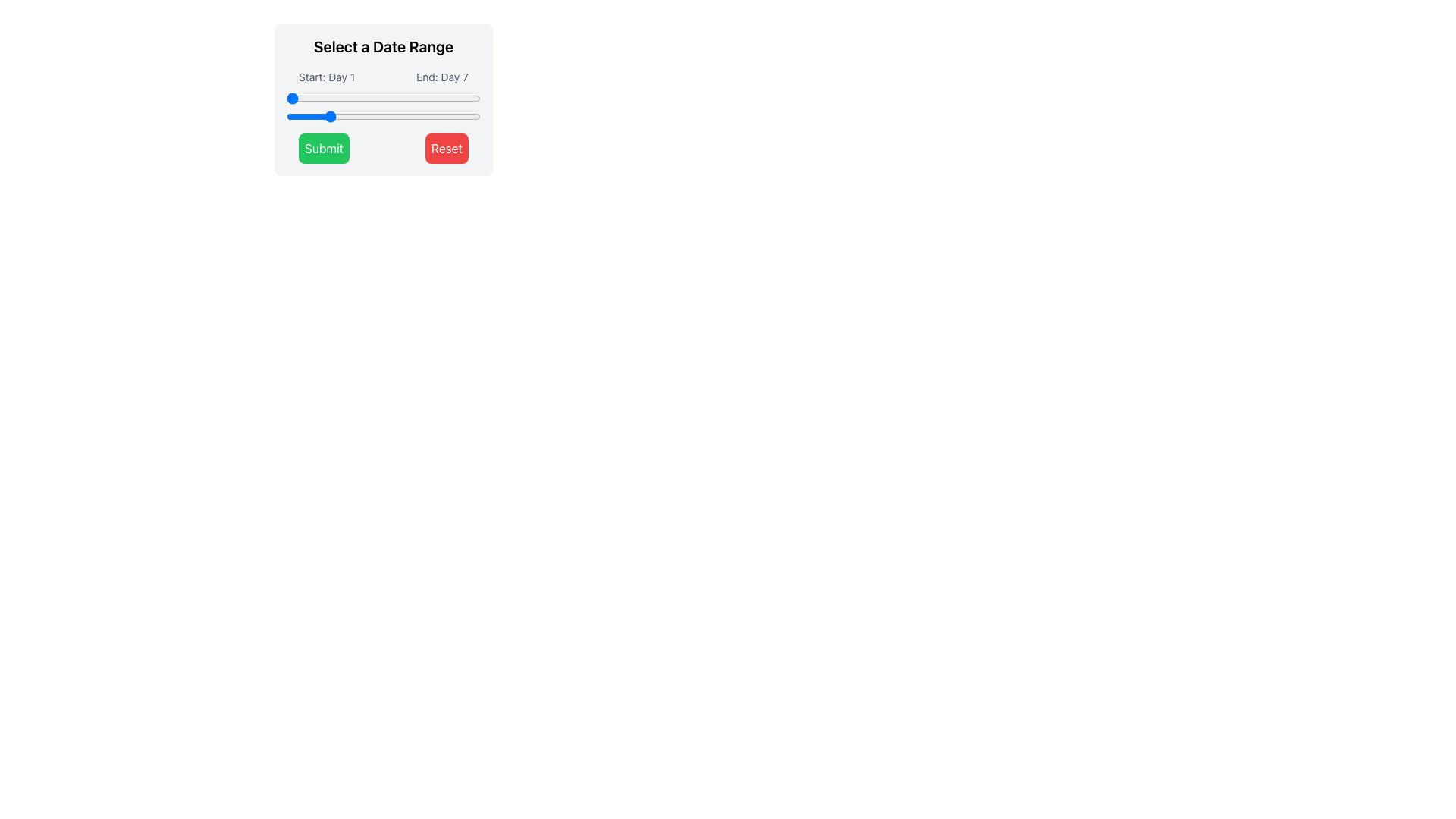 This screenshot has height=819, width=1456. What do you see at coordinates (359, 116) in the screenshot?
I see `the slider` at bounding box center [359, 116].